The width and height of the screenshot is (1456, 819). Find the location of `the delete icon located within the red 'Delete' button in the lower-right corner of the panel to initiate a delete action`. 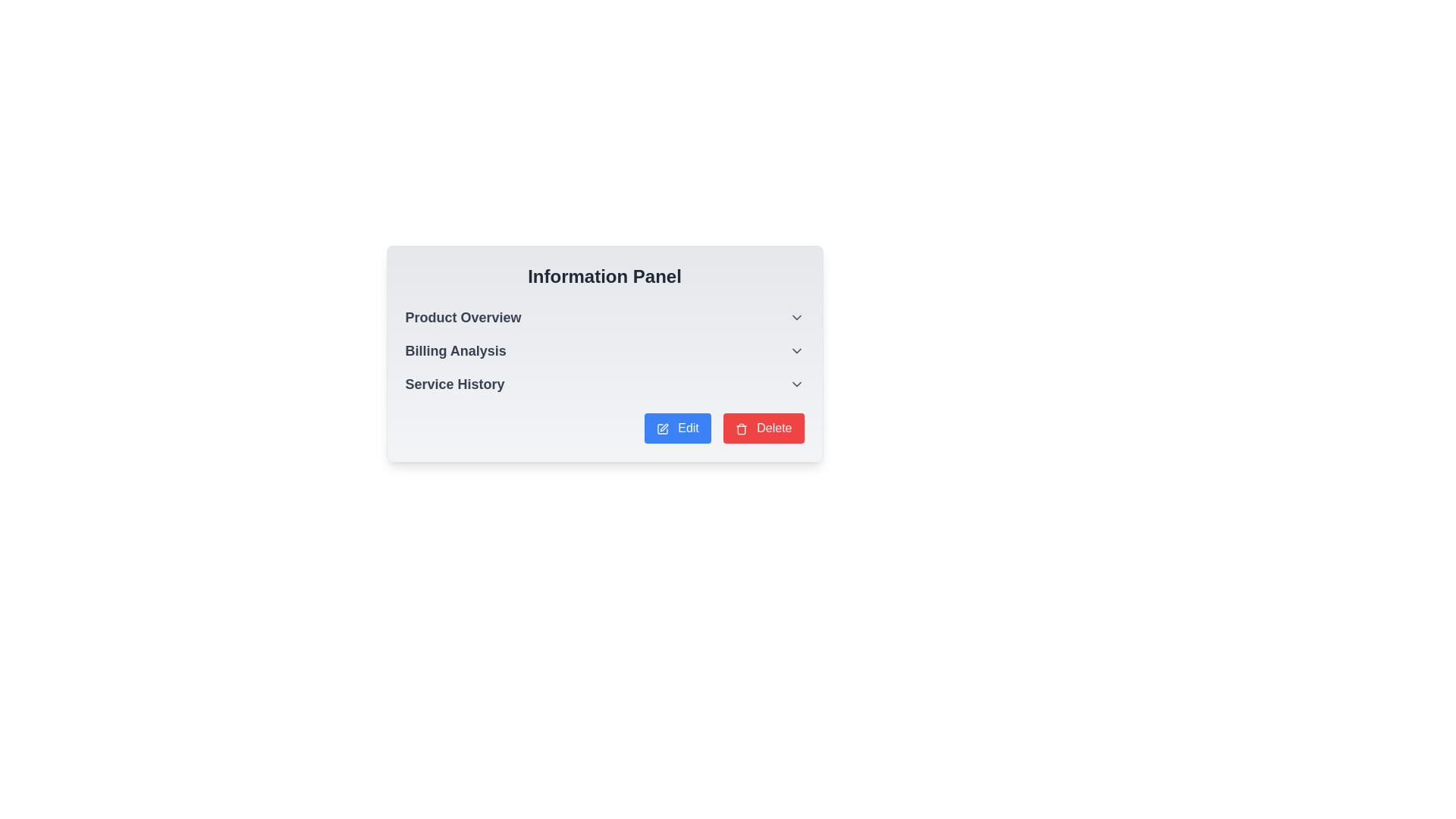

the delete icon located within the red 'Delete' button in the lower-right corner of the panel to initiate a delete action is located at coordinates (741, 428).